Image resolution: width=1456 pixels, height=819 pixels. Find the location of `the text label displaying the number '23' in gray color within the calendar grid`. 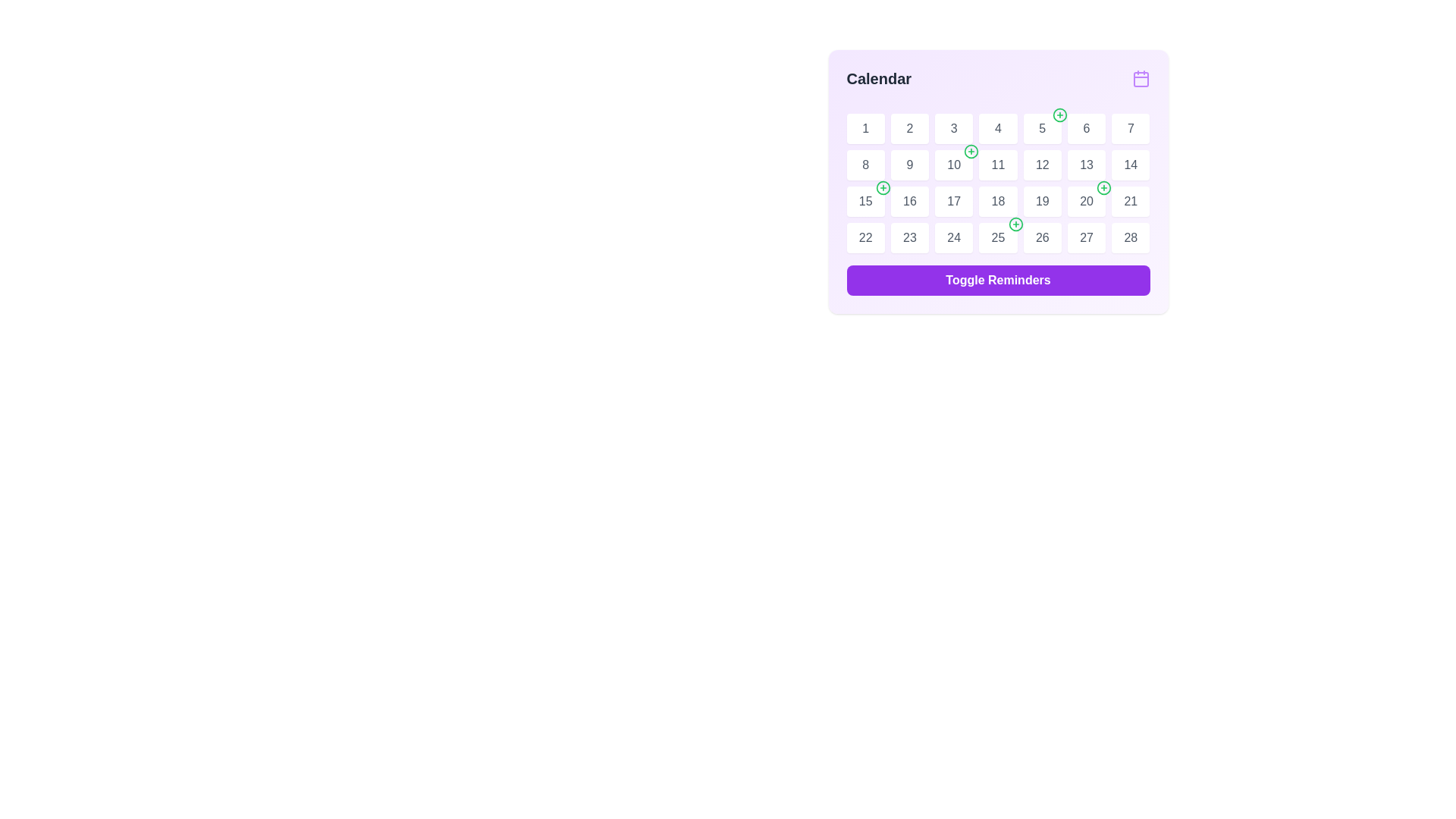

the text label displaying the number '23' in gray color within the calendar grid is located at coordinates (910, 237).